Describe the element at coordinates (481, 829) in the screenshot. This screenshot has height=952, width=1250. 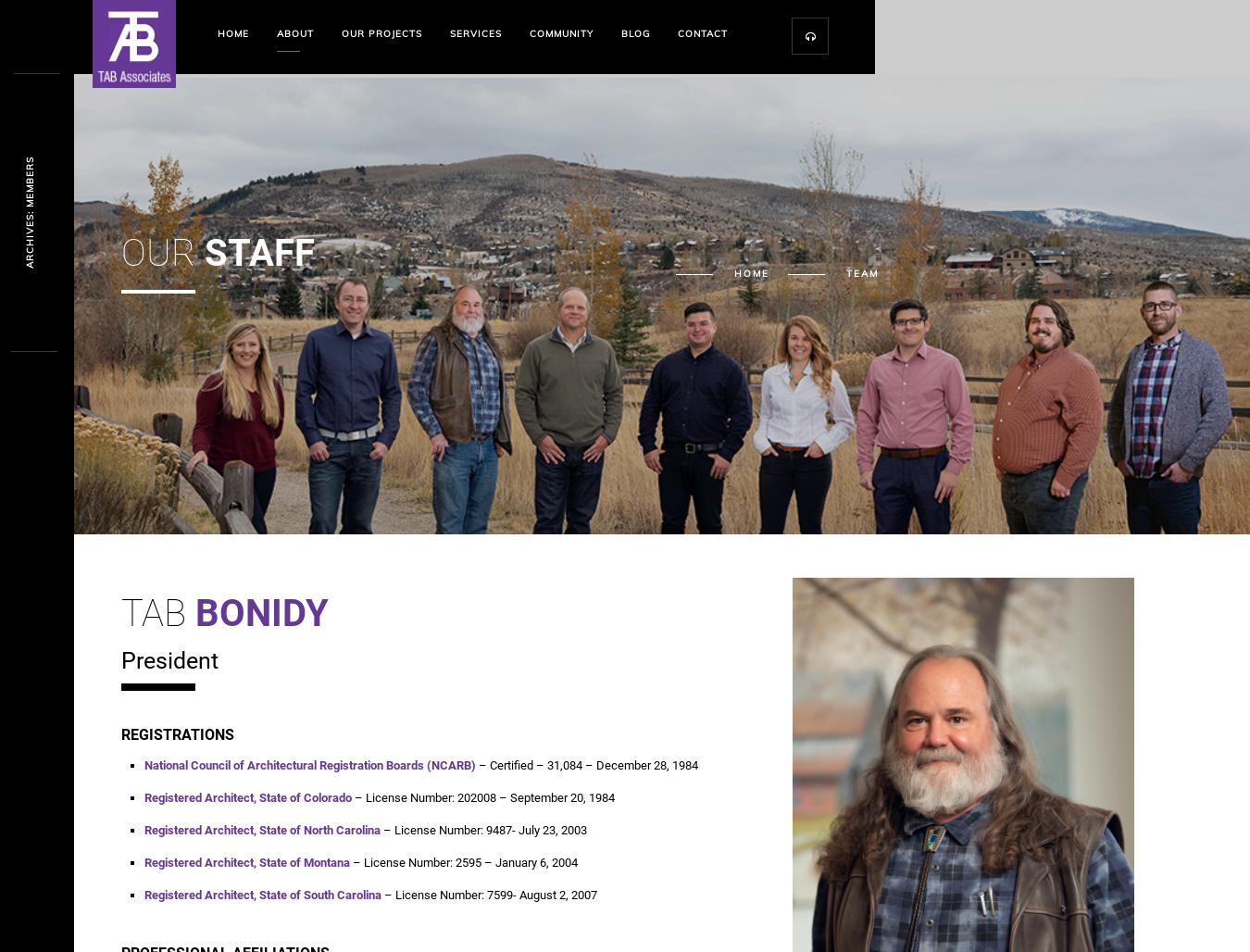
I see `'– License Number: 9487- July 23, 2003'` at that location.